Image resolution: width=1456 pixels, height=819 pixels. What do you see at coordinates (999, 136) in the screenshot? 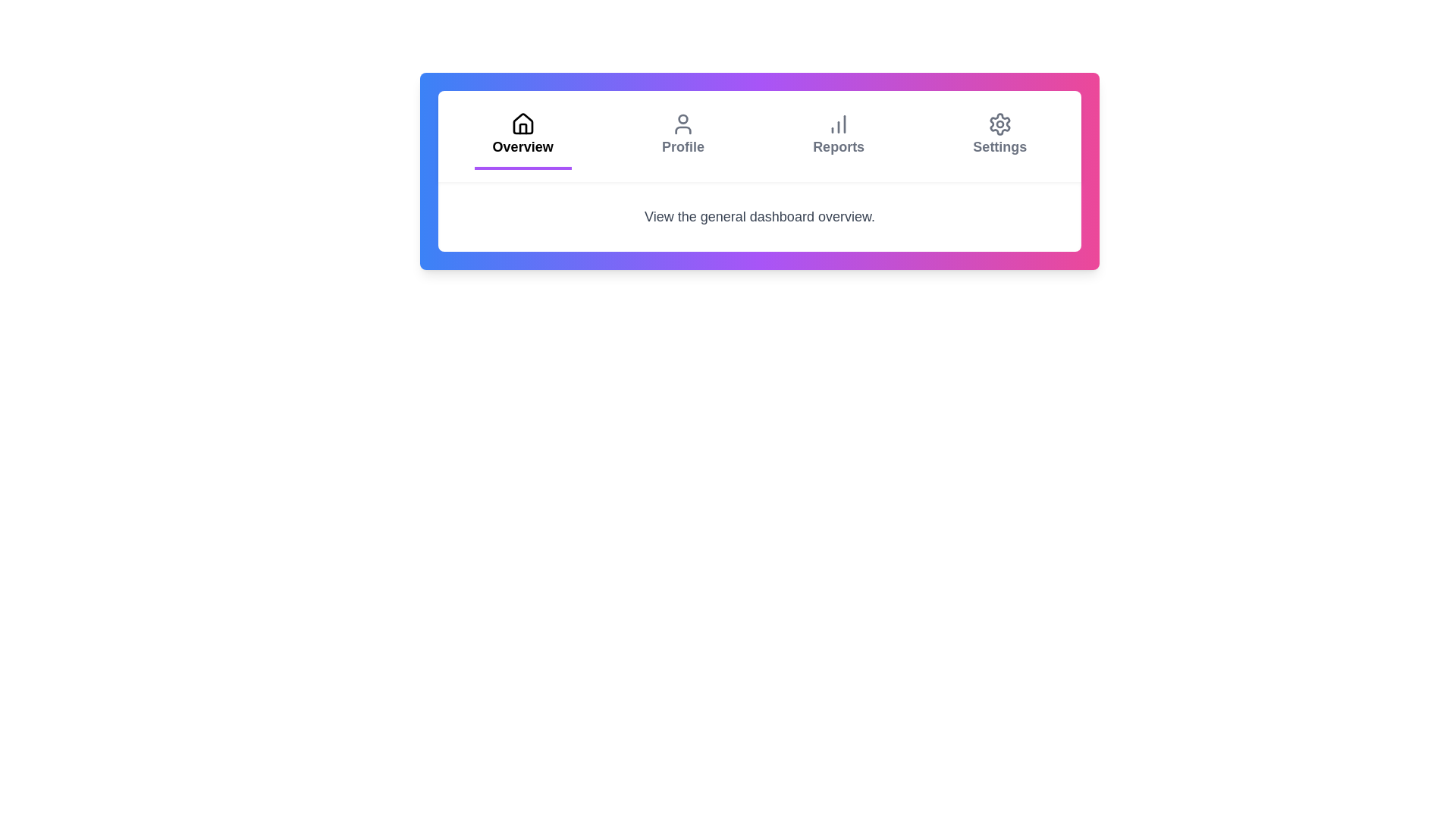
I see `the 'Settings' button, which is the fourth item in the horizontal navigation bar and features a gear icon above the text label` at bounding box center [999, 136].